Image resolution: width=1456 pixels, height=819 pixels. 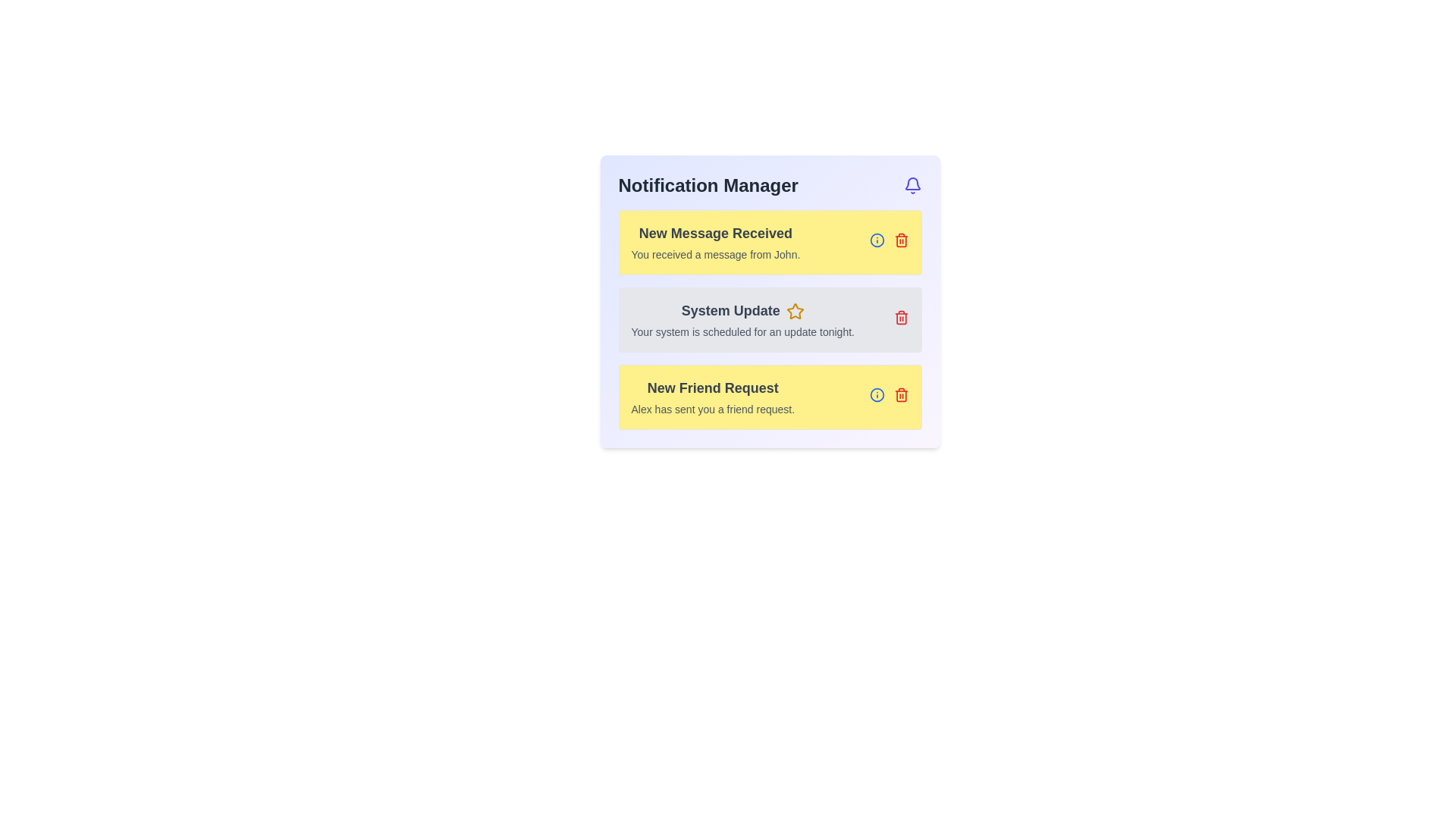 What do you see at coordinates (901, 239) in the screenshot?
I see `the trash icon located at the top-right of the 'New Message Received' notification card in the 'Notification Manager' section` at bounding box center [901, 239].